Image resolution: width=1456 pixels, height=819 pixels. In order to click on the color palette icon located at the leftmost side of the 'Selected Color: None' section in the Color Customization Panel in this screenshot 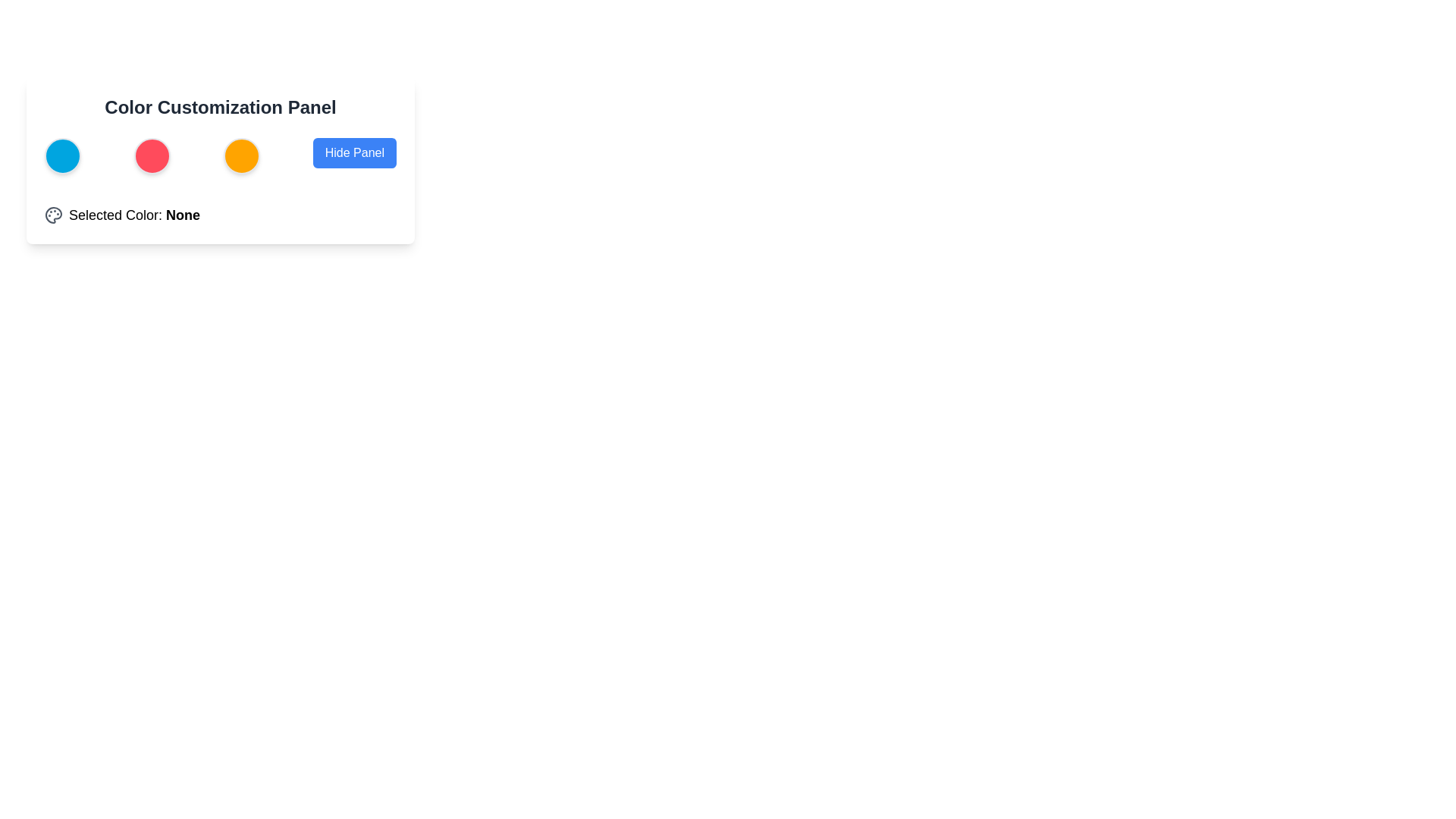, I will do `click(54, 215)`.